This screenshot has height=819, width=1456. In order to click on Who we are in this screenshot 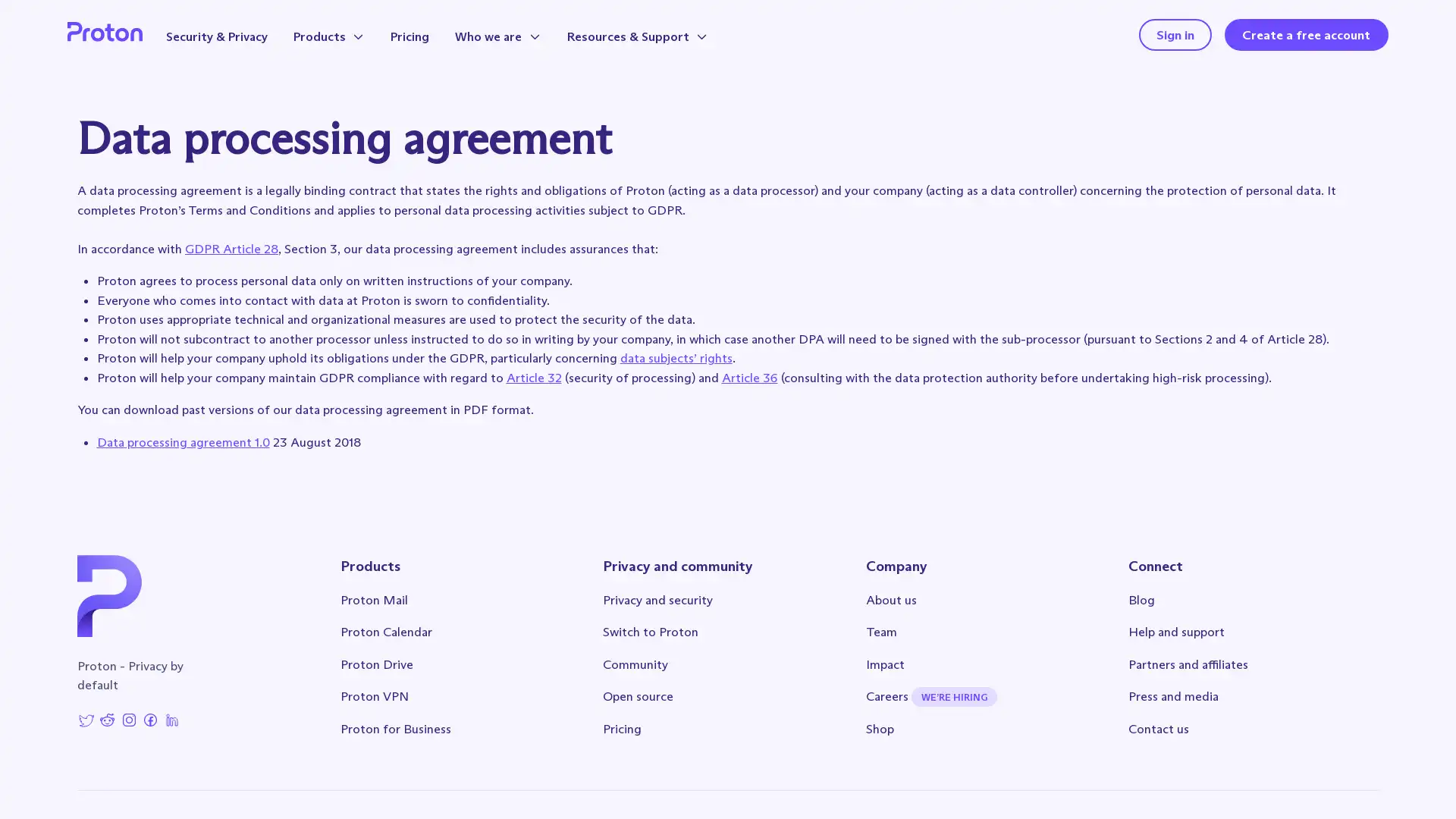, I will do `click(515, 39)`.